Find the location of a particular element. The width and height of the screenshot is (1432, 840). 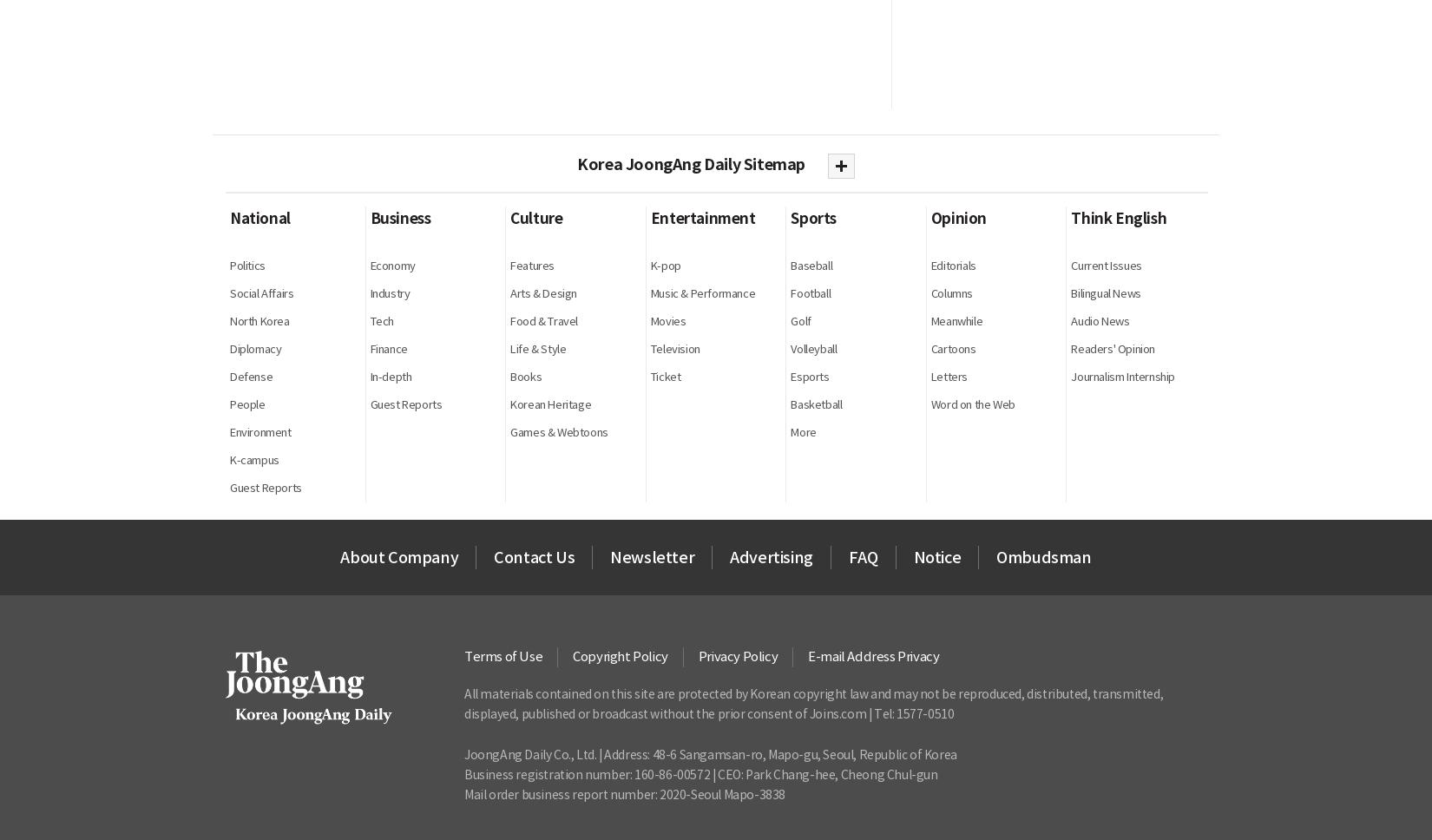

'Journalism Internship' is located at coordinates (1121, 377).